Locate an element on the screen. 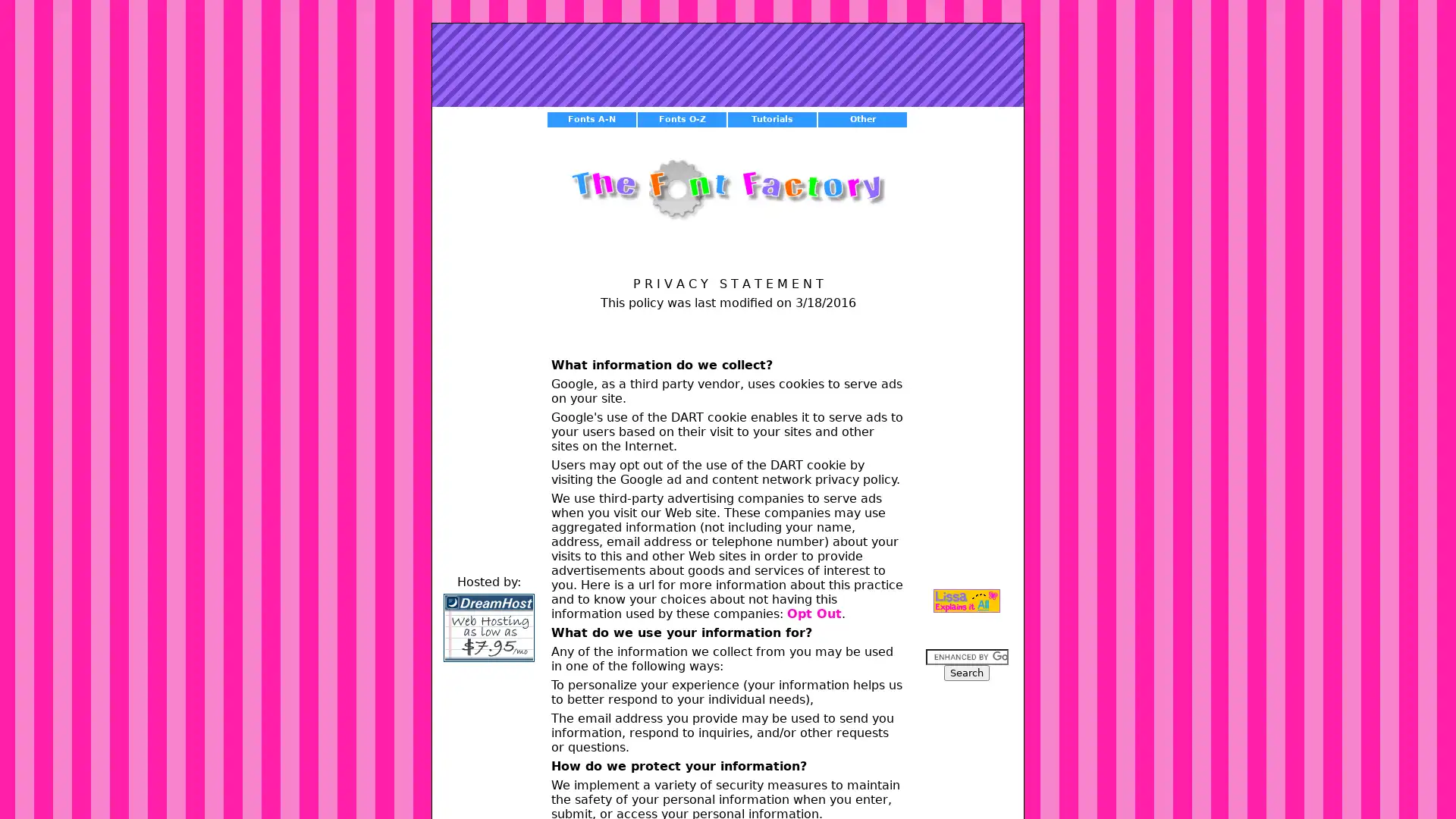  Search is located at coordinates (966, 672).